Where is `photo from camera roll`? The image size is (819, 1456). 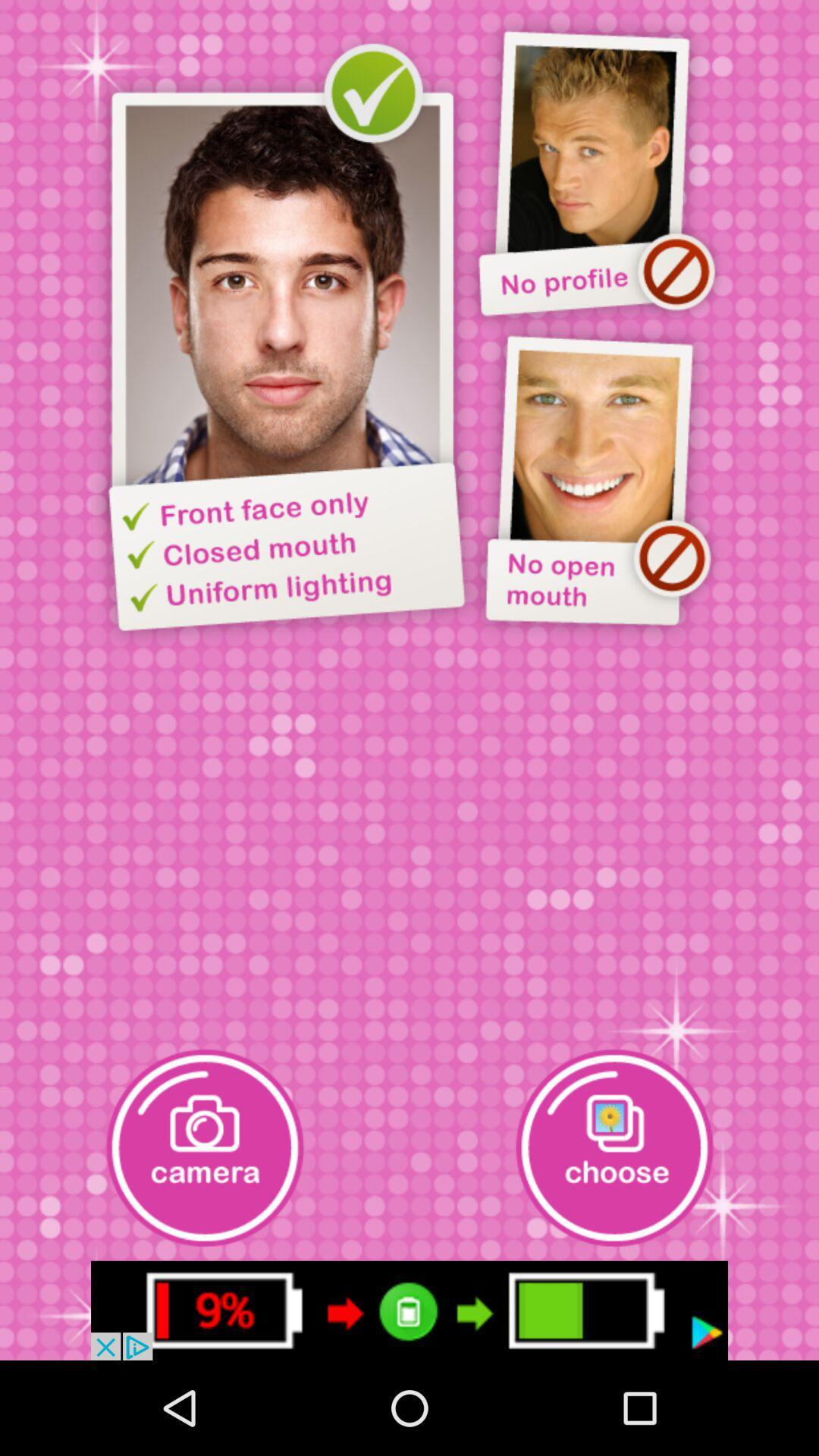
photo from camera roll is located at coordinates (614, 1147).